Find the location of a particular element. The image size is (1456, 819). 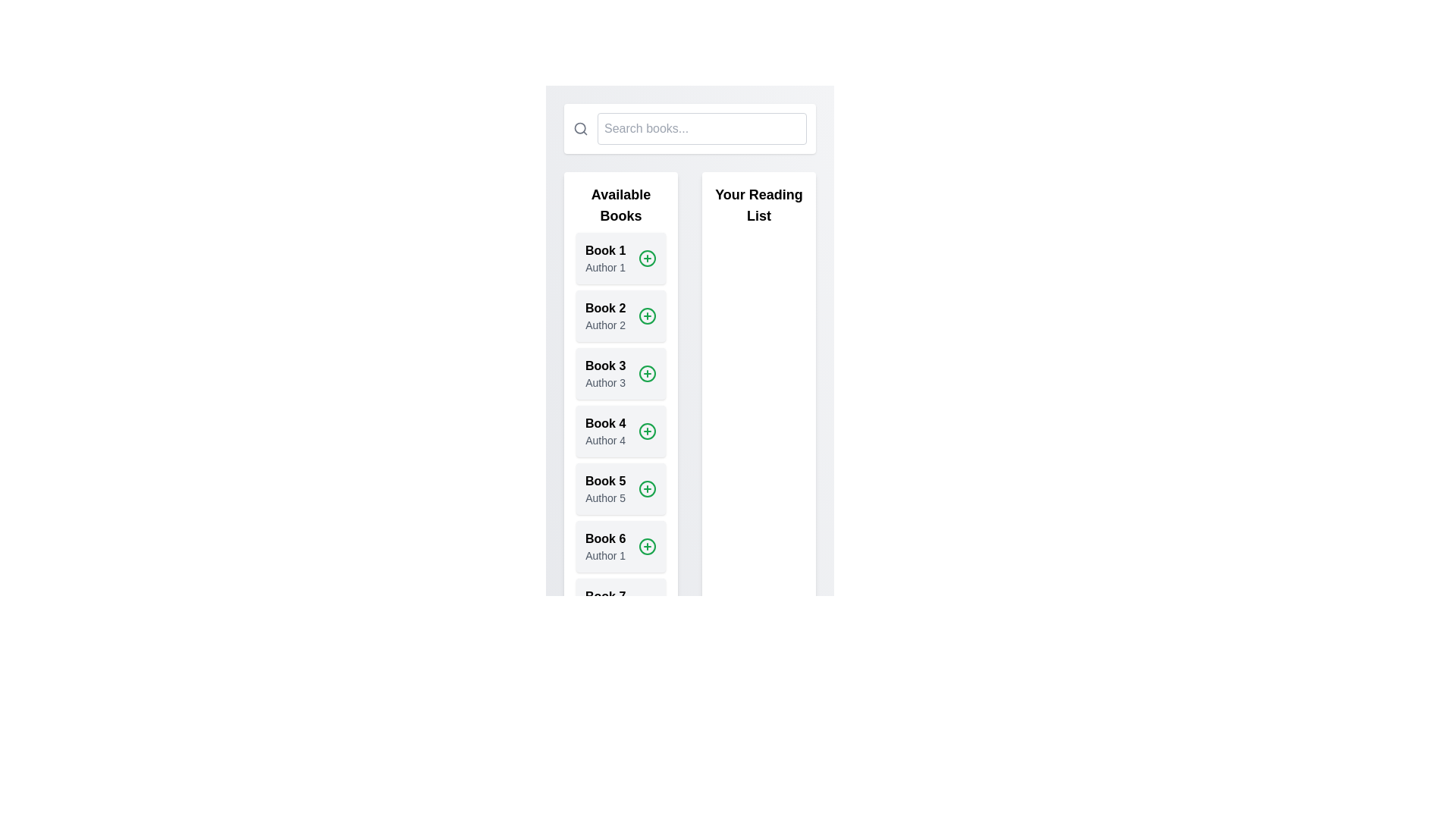

the interactive button is located at coordinates (648, 488).